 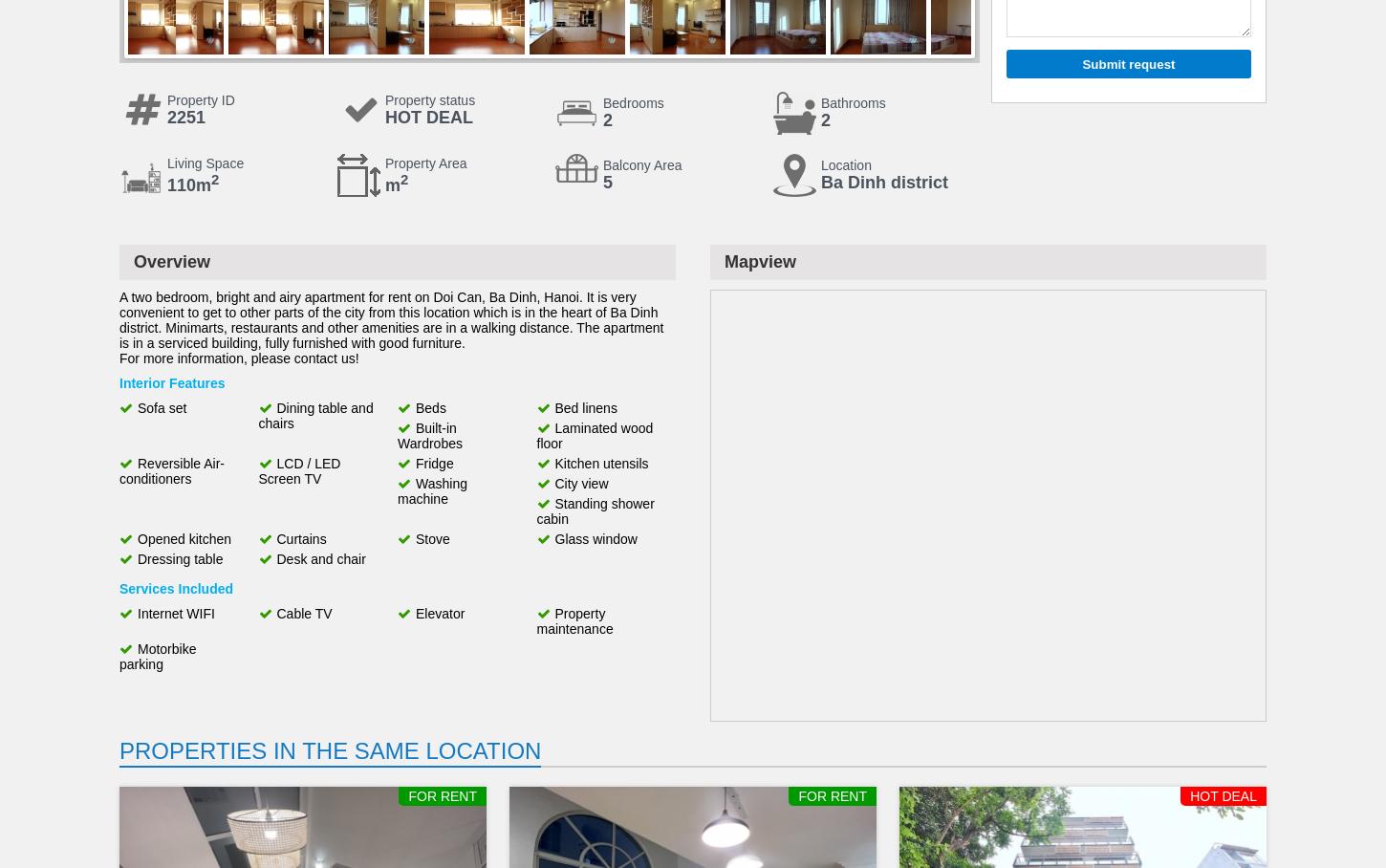 What do you see at coordinates (594, 434) in the screenshot?
I see `'Laminated wood floor'` at bounding box center [594, 434].